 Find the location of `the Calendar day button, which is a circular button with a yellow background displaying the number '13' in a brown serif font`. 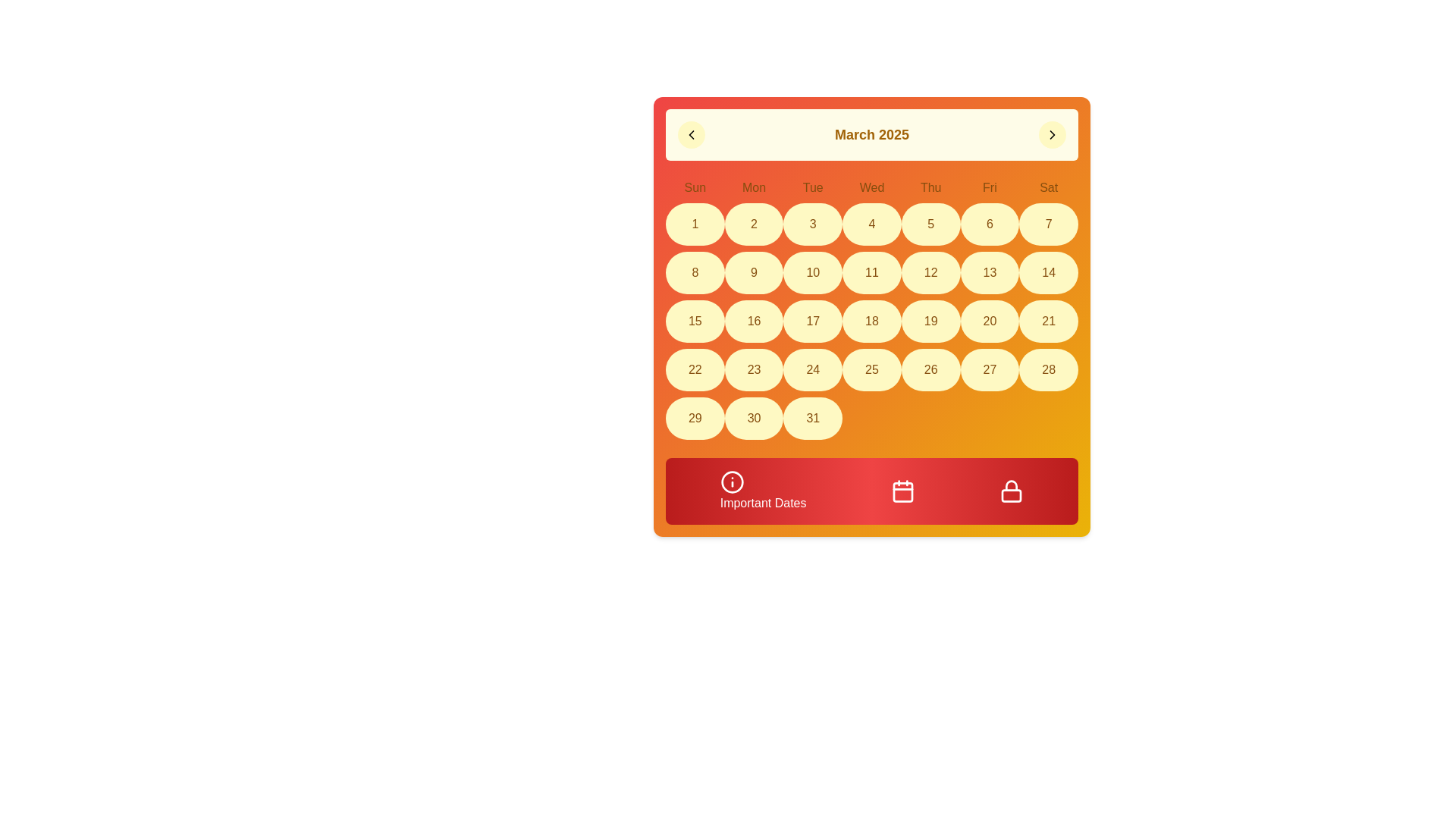

the Calendar day button, which is a circular button with a yellow background displaying the number '13' in a brown serif font is located at coordinates (990, 271).